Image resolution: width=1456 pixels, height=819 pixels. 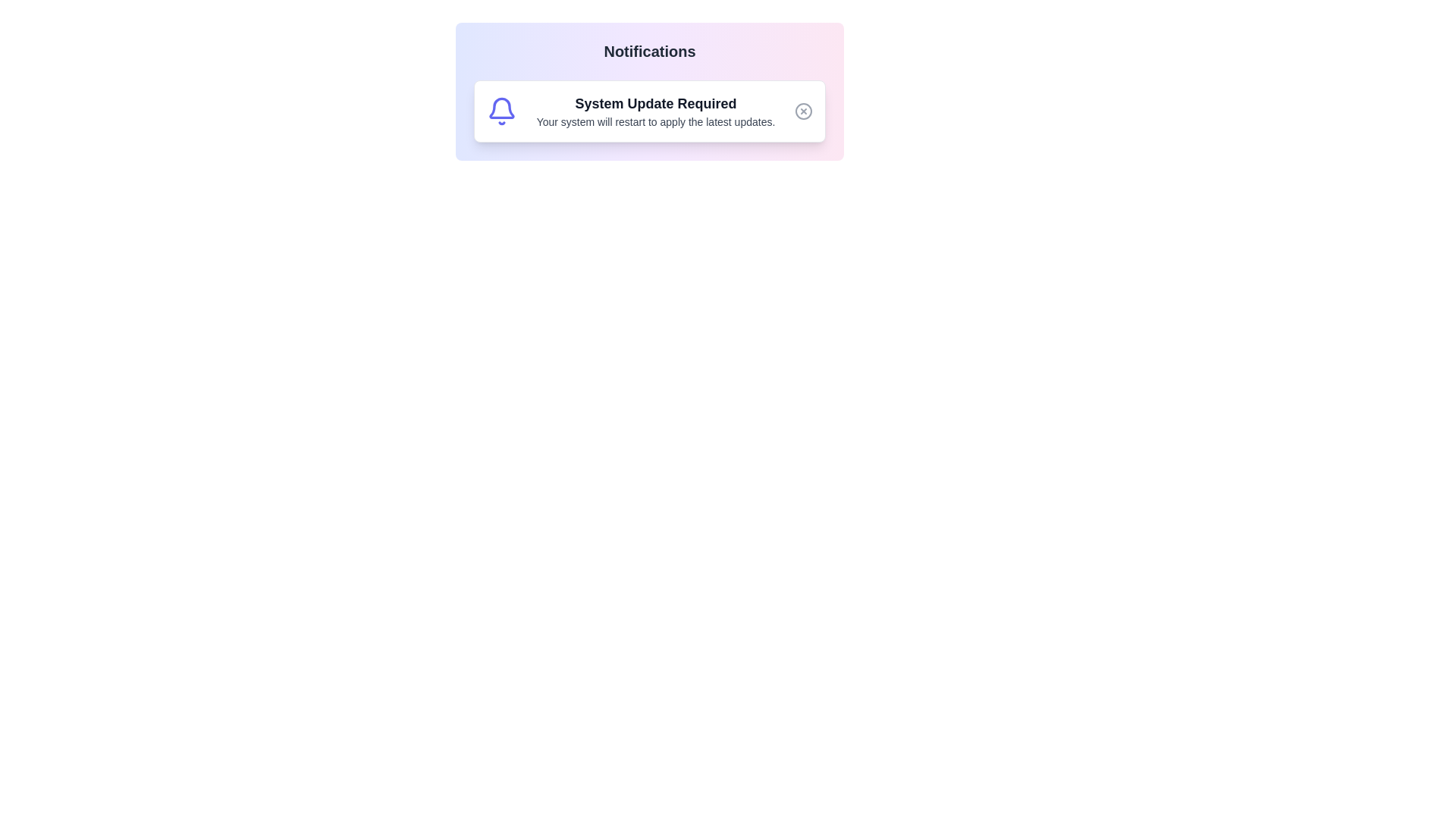 I want to click on the text block displaying 'System Update Required' and 'Your system will restart to apply the latest updates' within the notification card, so click(x=655, y=110).